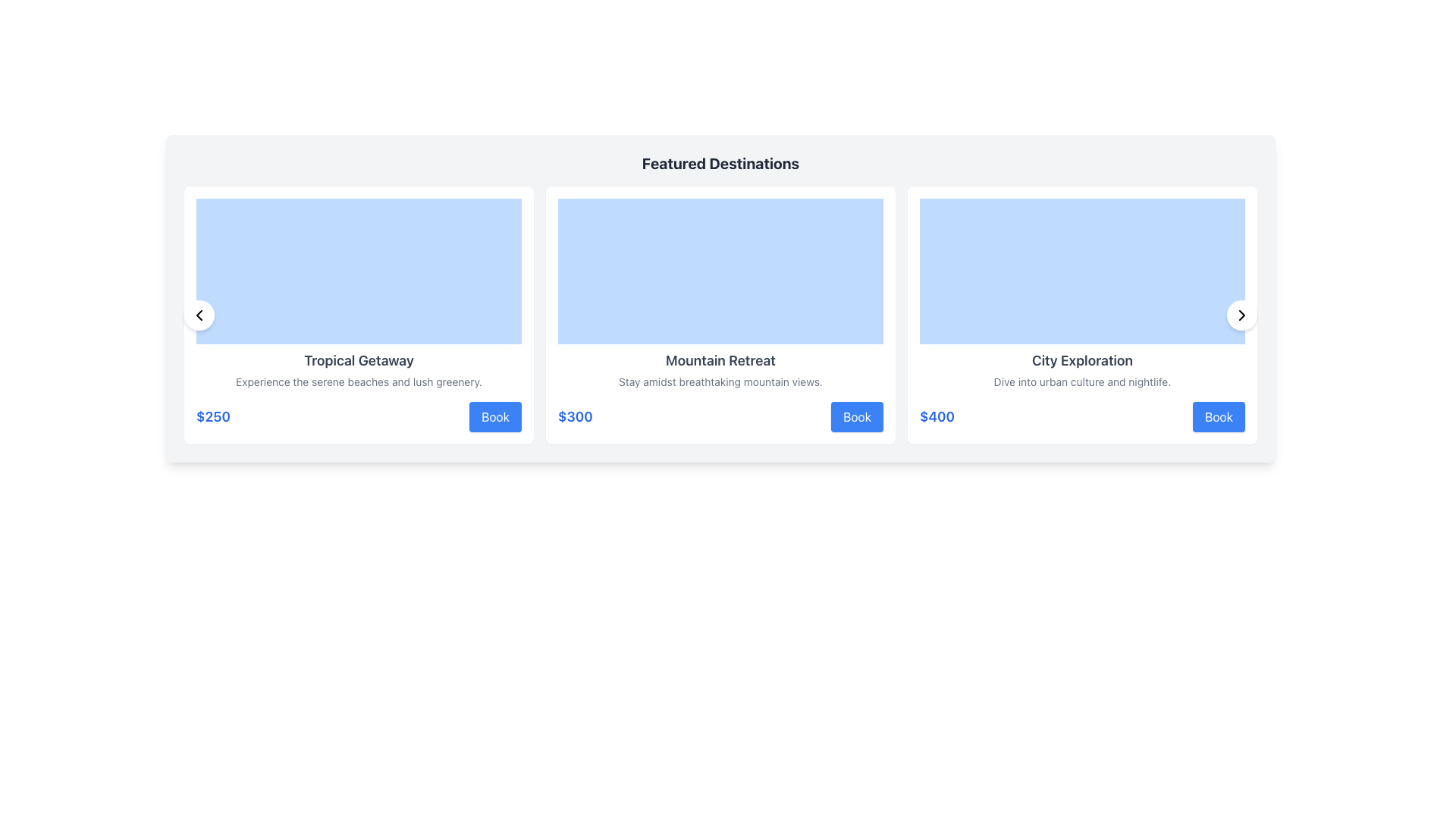  What do you see at coordinates (574, 417) in the screenshot?
I see `the price text of the Mountain Retreat destination, which is located below the 'Mountain Retreat' description and to the left of the 'Book' button in the Featured Destinations section` at bounding box center [574, 417].